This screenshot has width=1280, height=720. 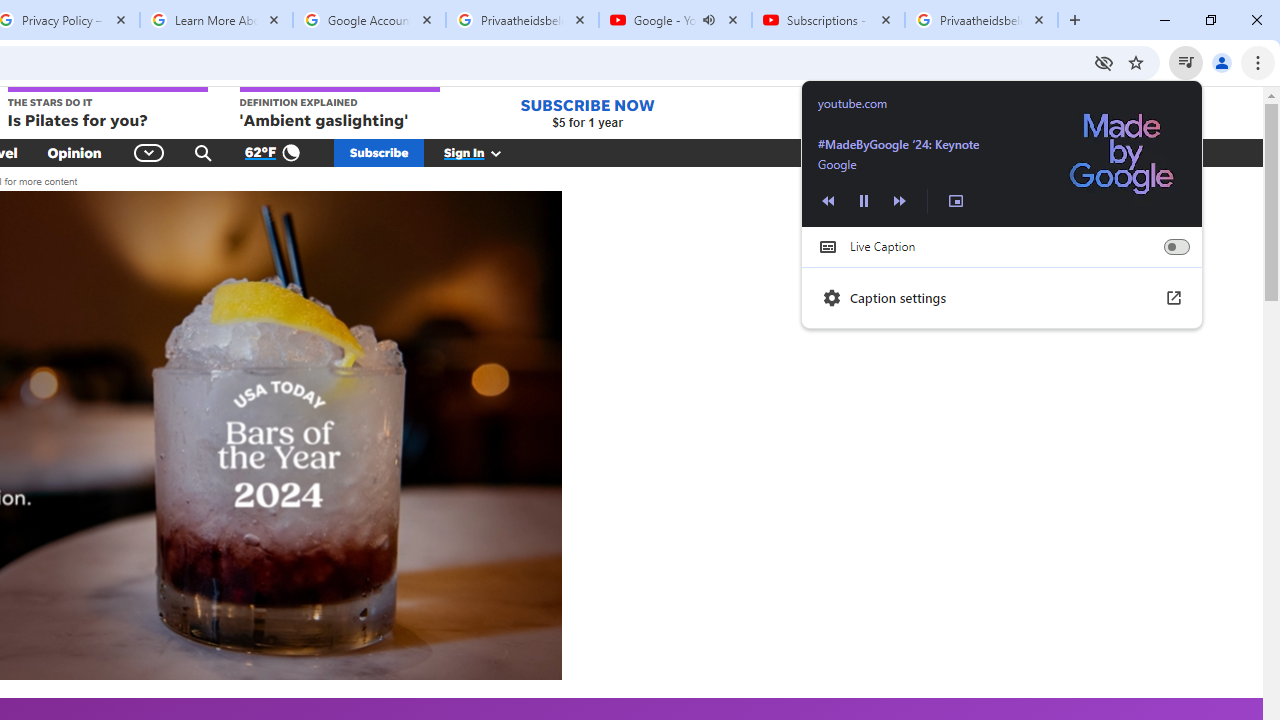 What do you see at coordinates (1002, 152) in the screenshot?
I see `'Back to tab'` at bounding box center [1002, 152].